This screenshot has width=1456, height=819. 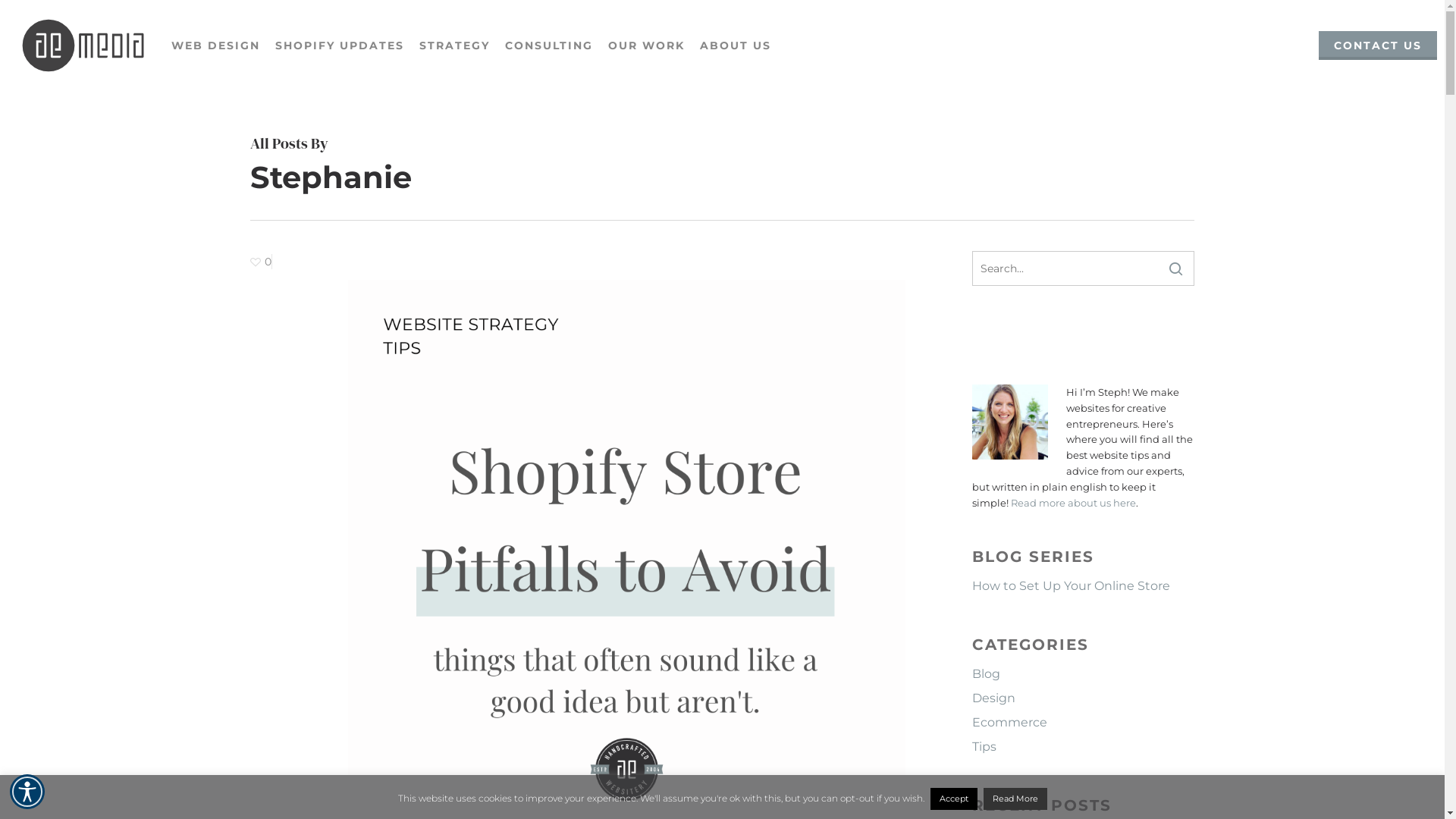 What do you see at coordinates (1072, 503) in the screenshot?
I see `'Read more about us here'` at bounding box center [1072, 503].